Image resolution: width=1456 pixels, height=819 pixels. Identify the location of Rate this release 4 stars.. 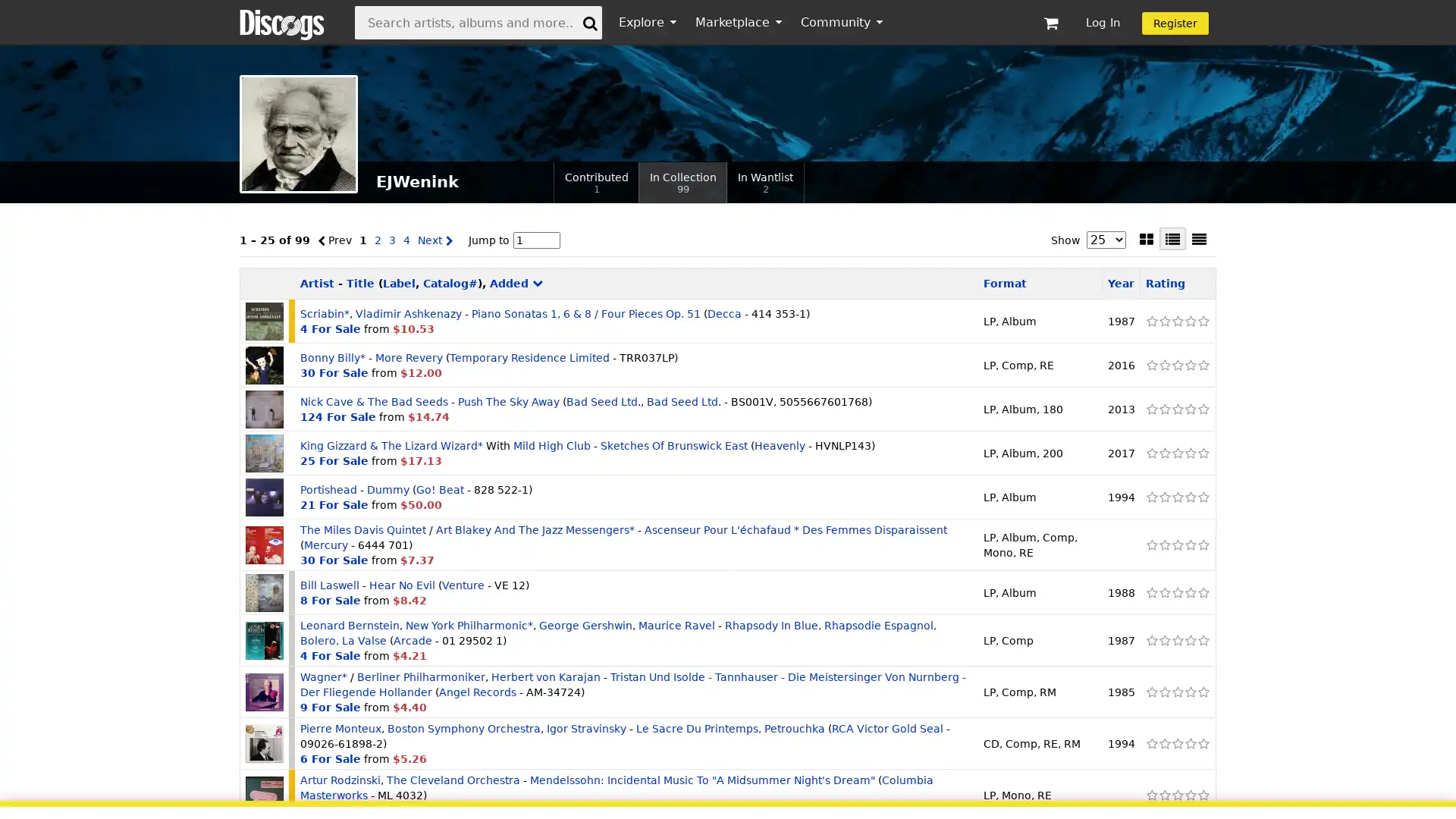
(1189, 640).